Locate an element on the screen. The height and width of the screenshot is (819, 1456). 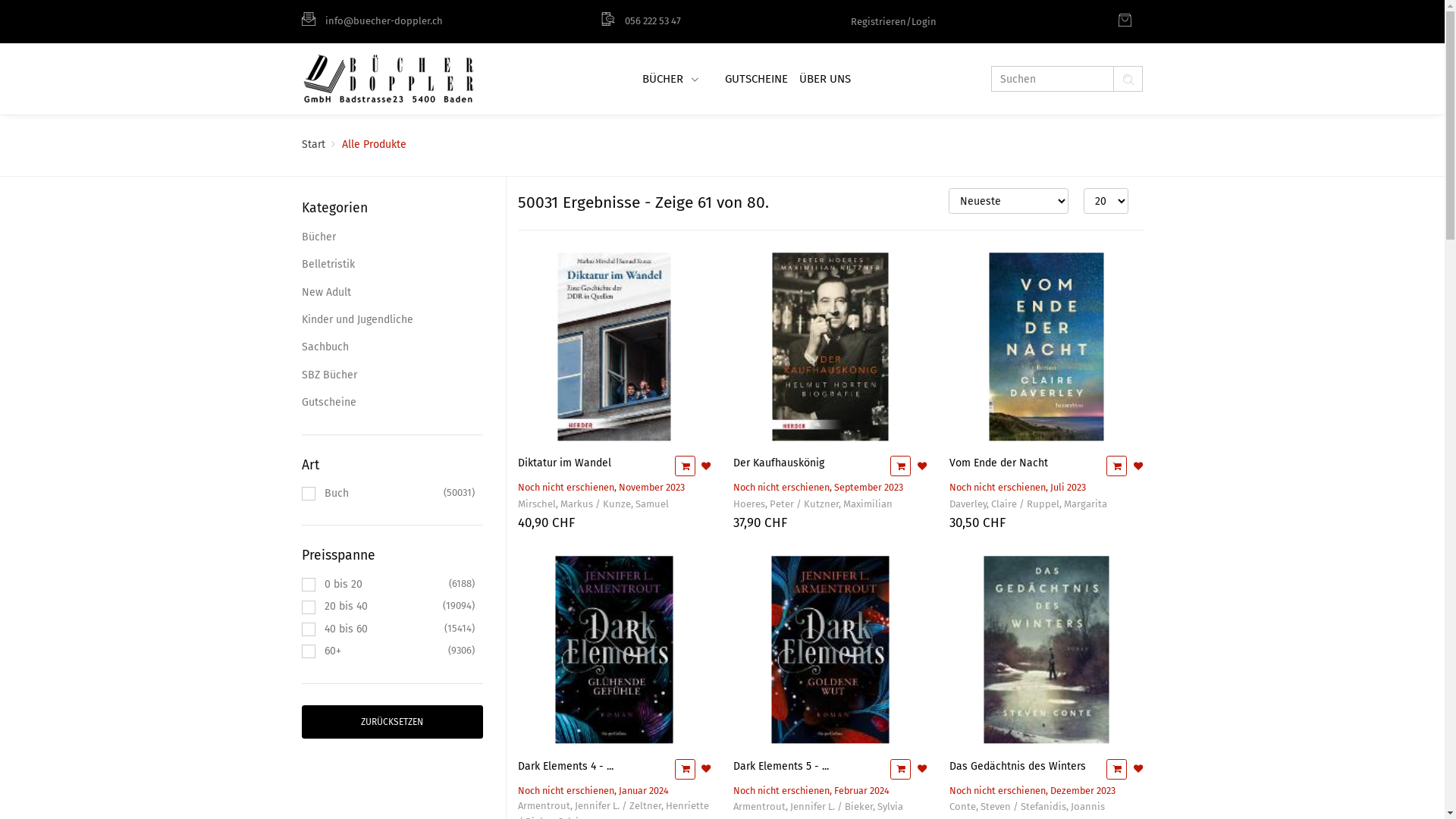
'New Adult' is located at coordinates (392, 292).